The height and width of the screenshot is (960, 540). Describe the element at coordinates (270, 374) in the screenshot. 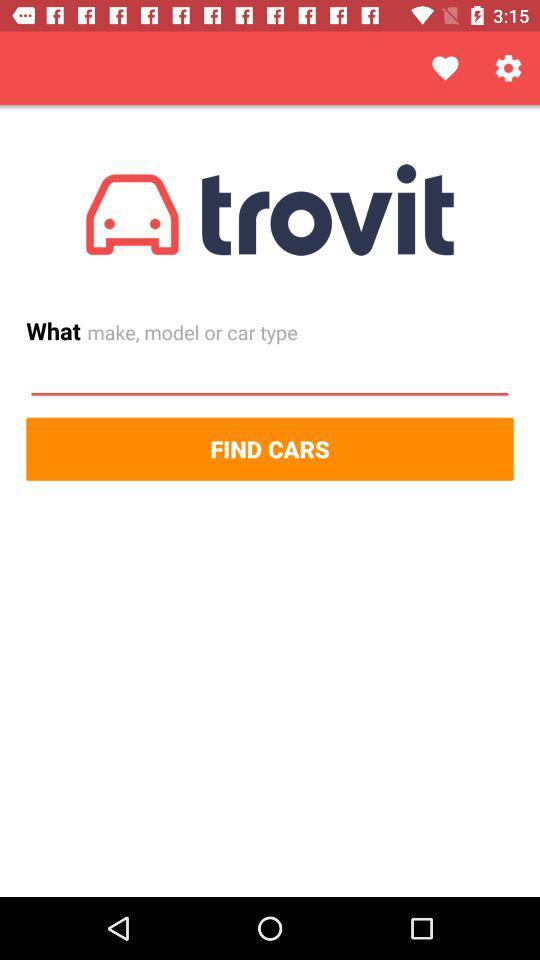

I see `the car brand you wish to search` at that location.